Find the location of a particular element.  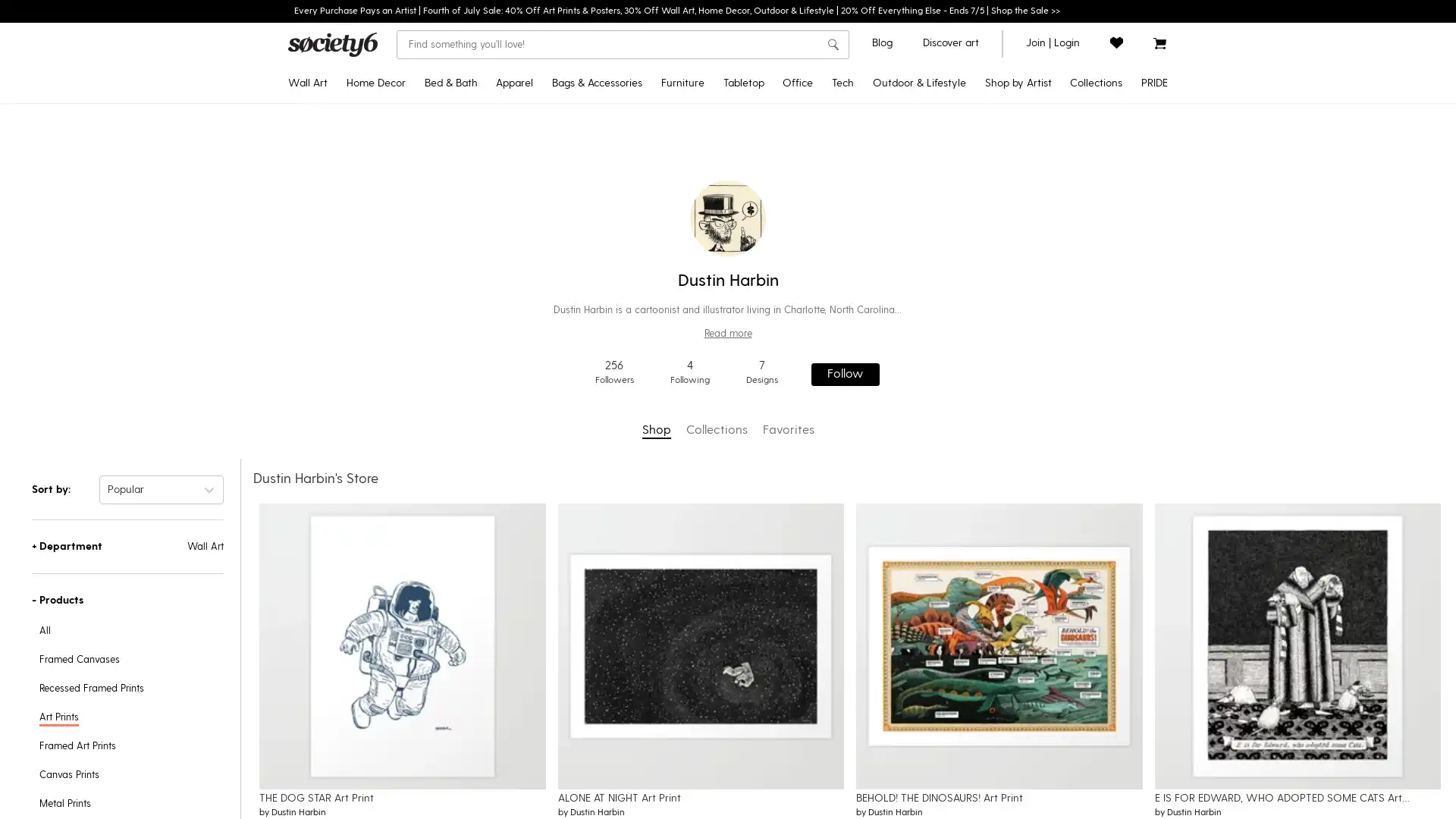

Yoga & Mindfulness is located at coordinates (1040, 366).